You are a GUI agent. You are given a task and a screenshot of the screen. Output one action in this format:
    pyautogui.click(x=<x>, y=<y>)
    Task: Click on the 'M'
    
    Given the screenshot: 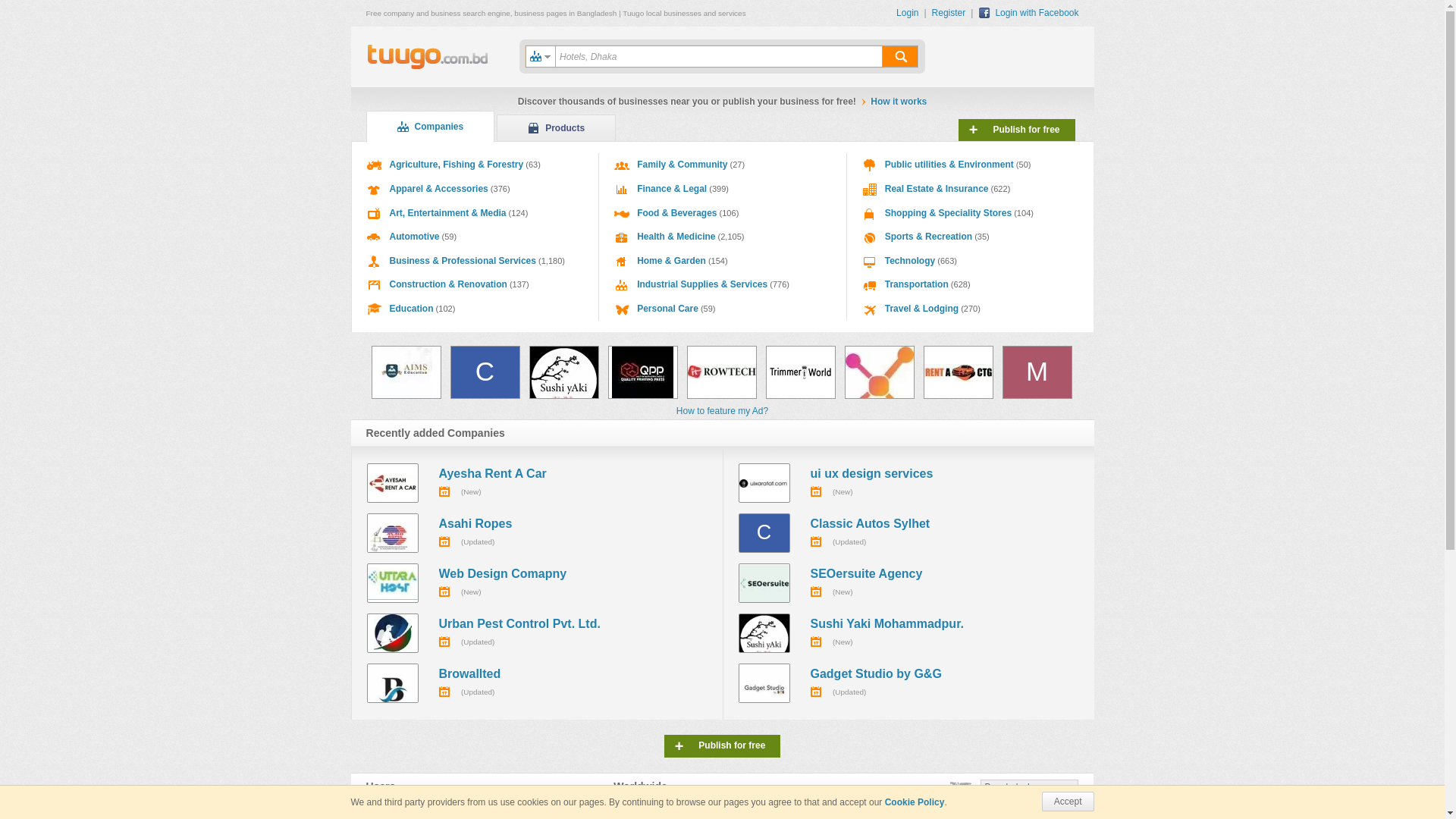 What is the action you would take?
    pyautogui.click(x=1037, y=372)
    